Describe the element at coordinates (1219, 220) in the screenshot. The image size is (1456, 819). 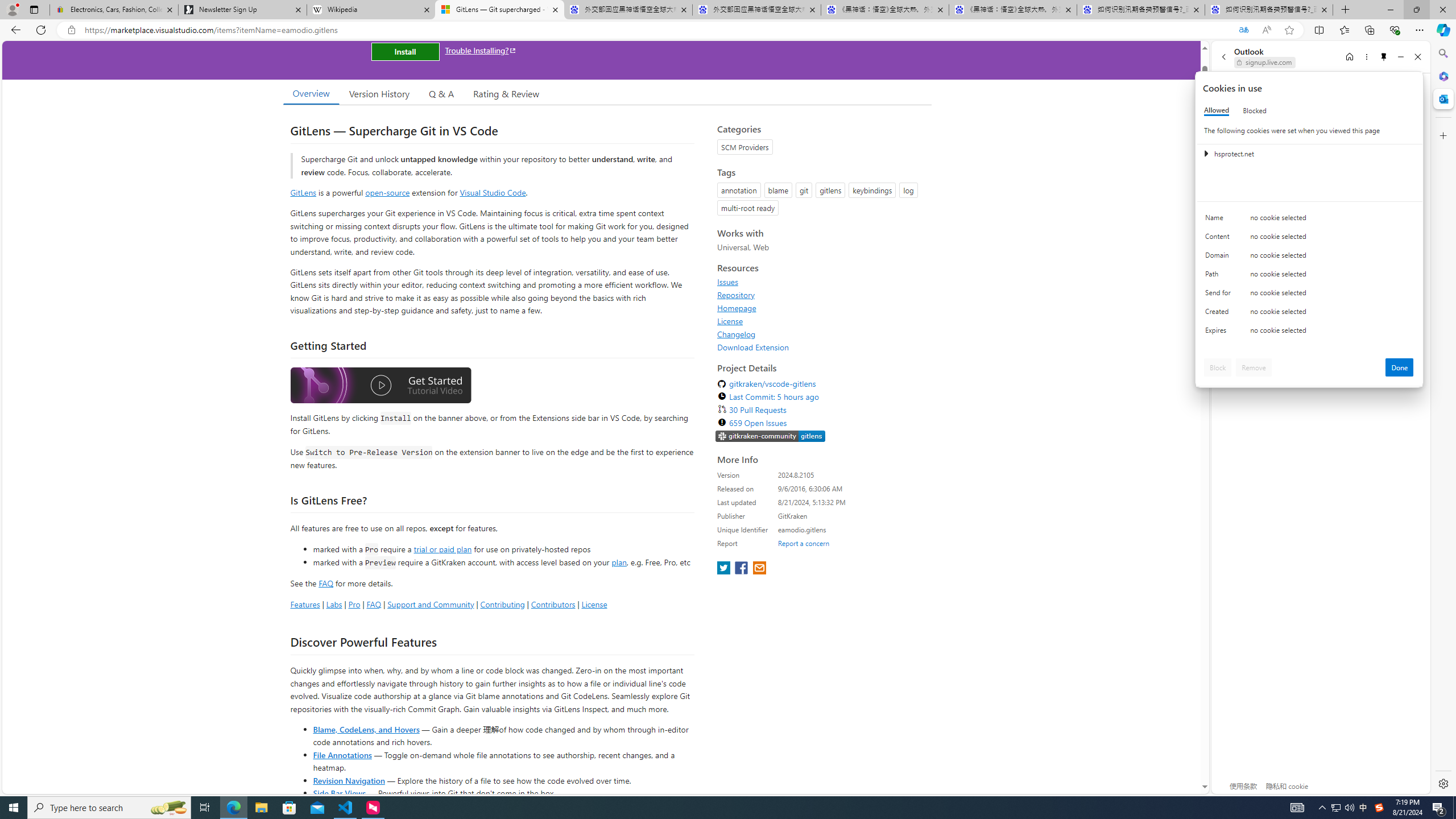
I see `'Name'` at that location.